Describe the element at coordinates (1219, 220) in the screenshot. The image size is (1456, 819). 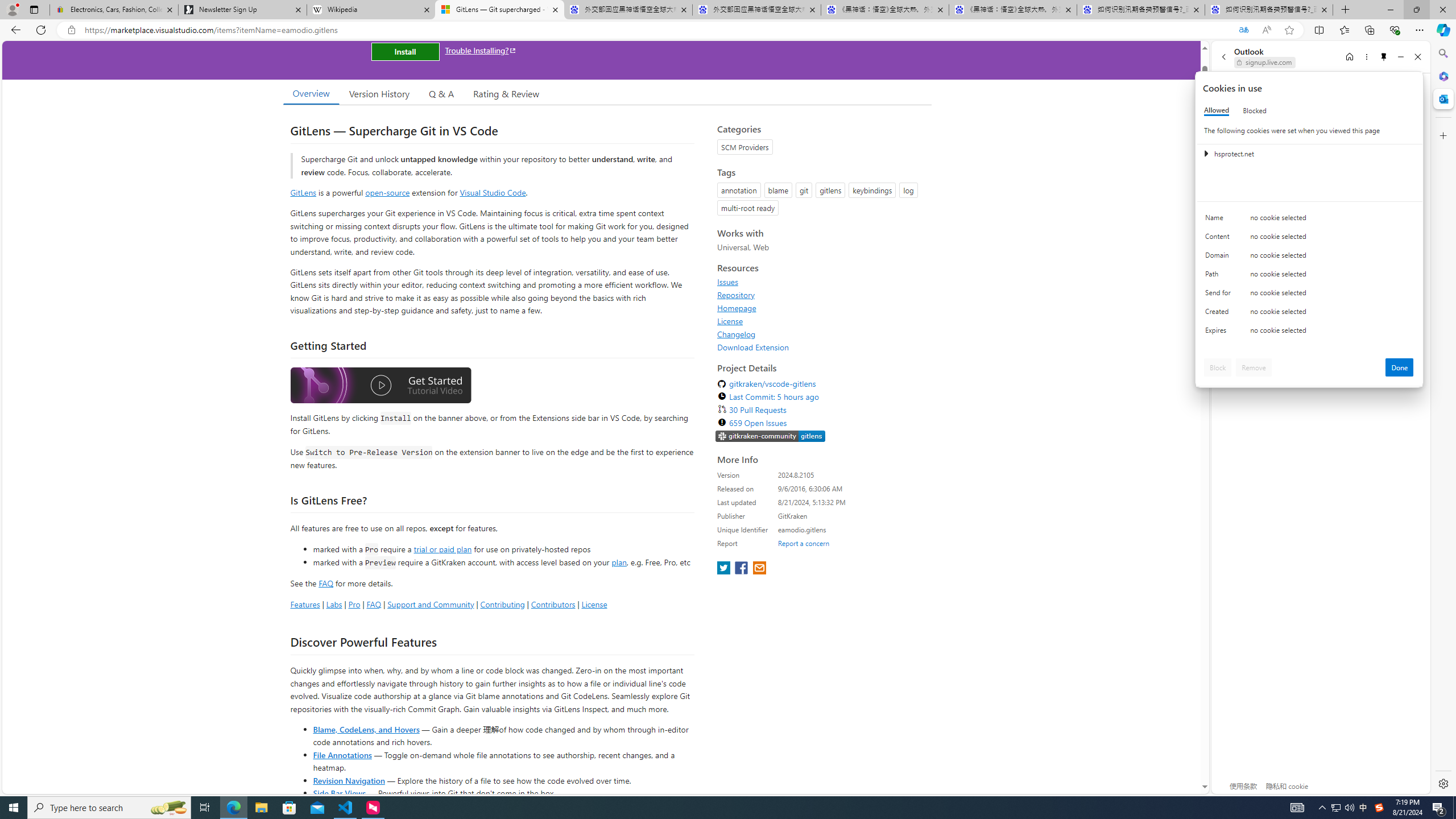
I see `'Name'` at that location.